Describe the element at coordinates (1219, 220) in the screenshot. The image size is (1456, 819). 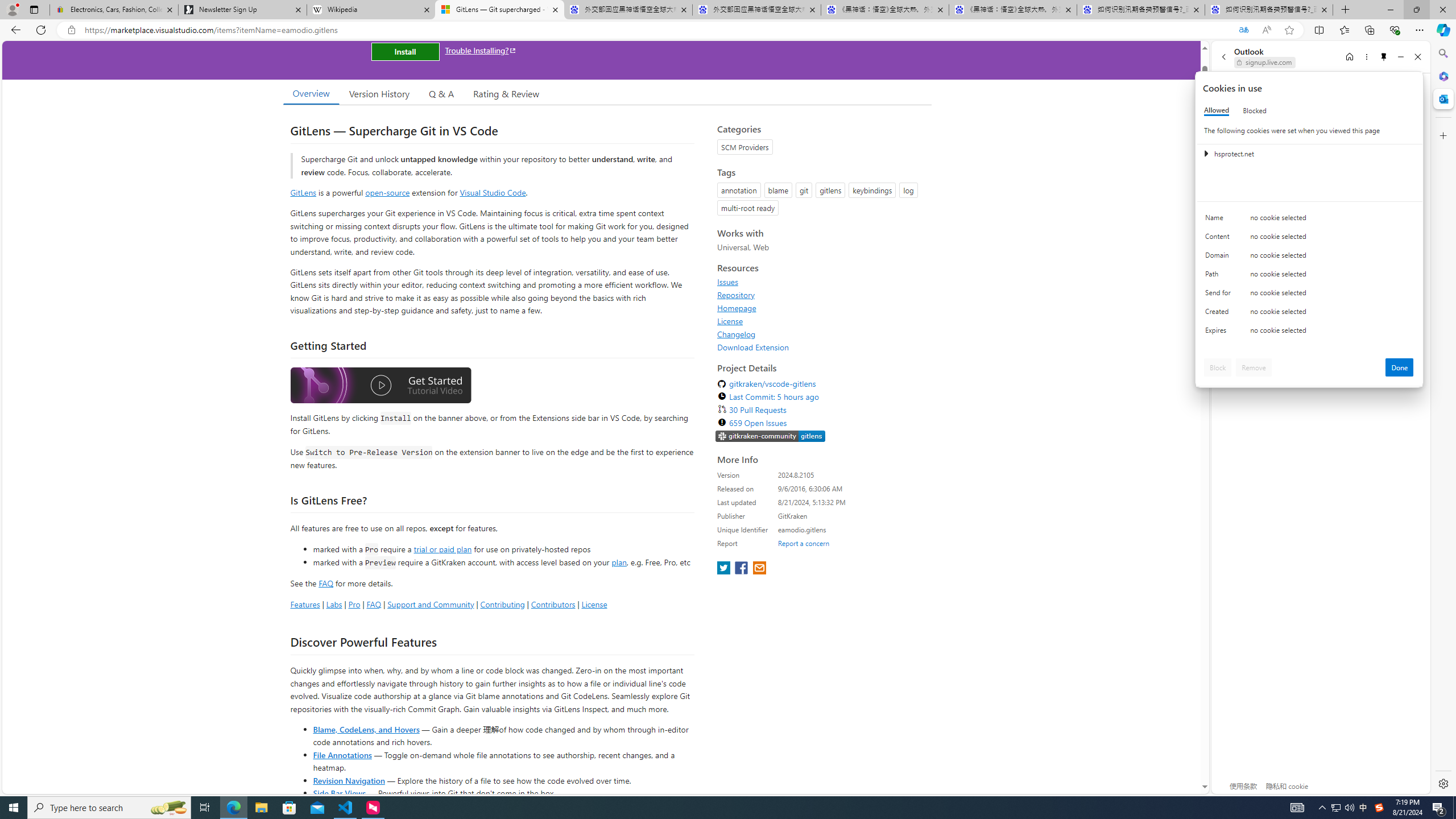
I see `'Name'` at that location.